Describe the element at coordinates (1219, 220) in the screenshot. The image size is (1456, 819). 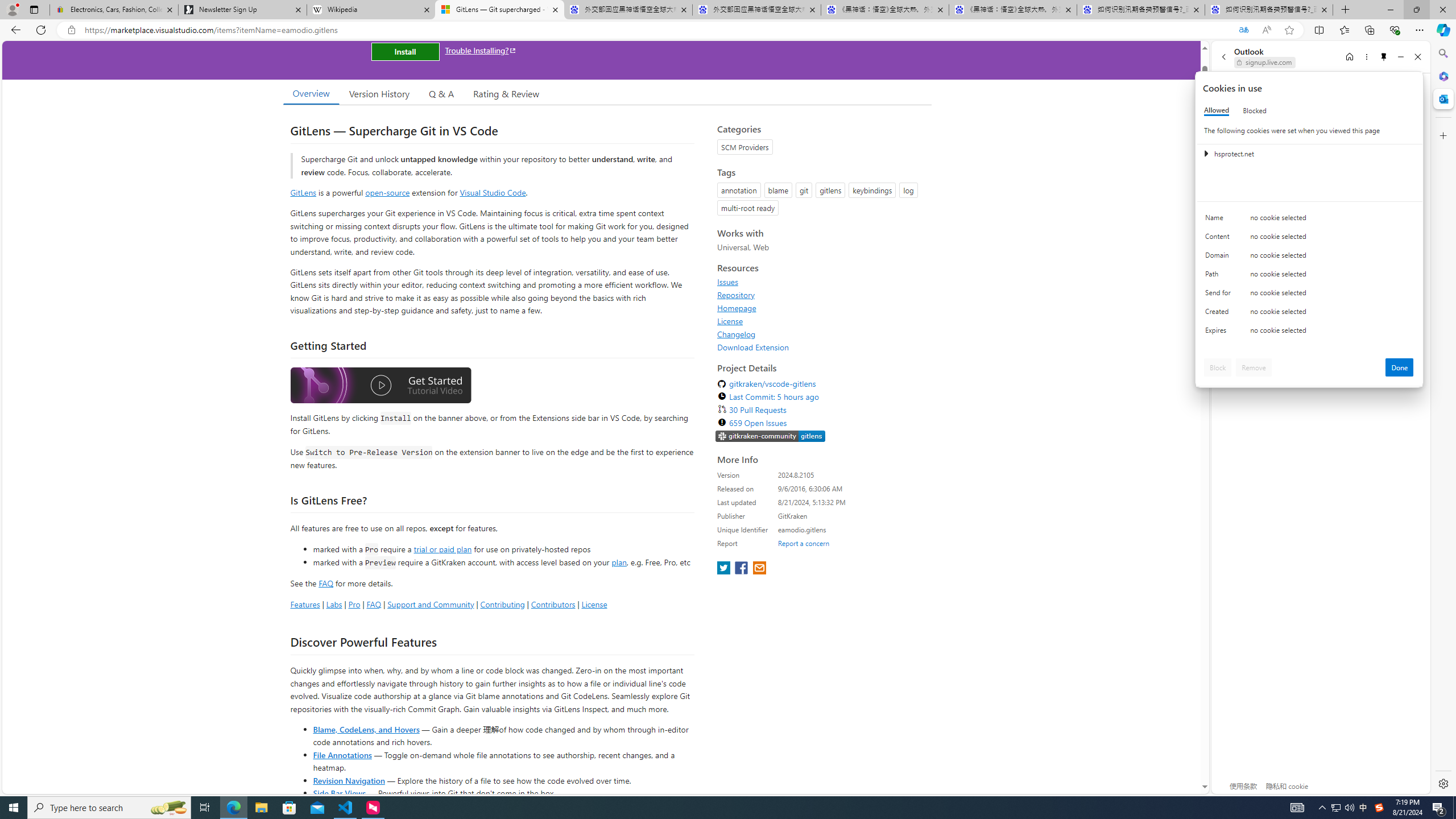
I see `'Name'` at that location.